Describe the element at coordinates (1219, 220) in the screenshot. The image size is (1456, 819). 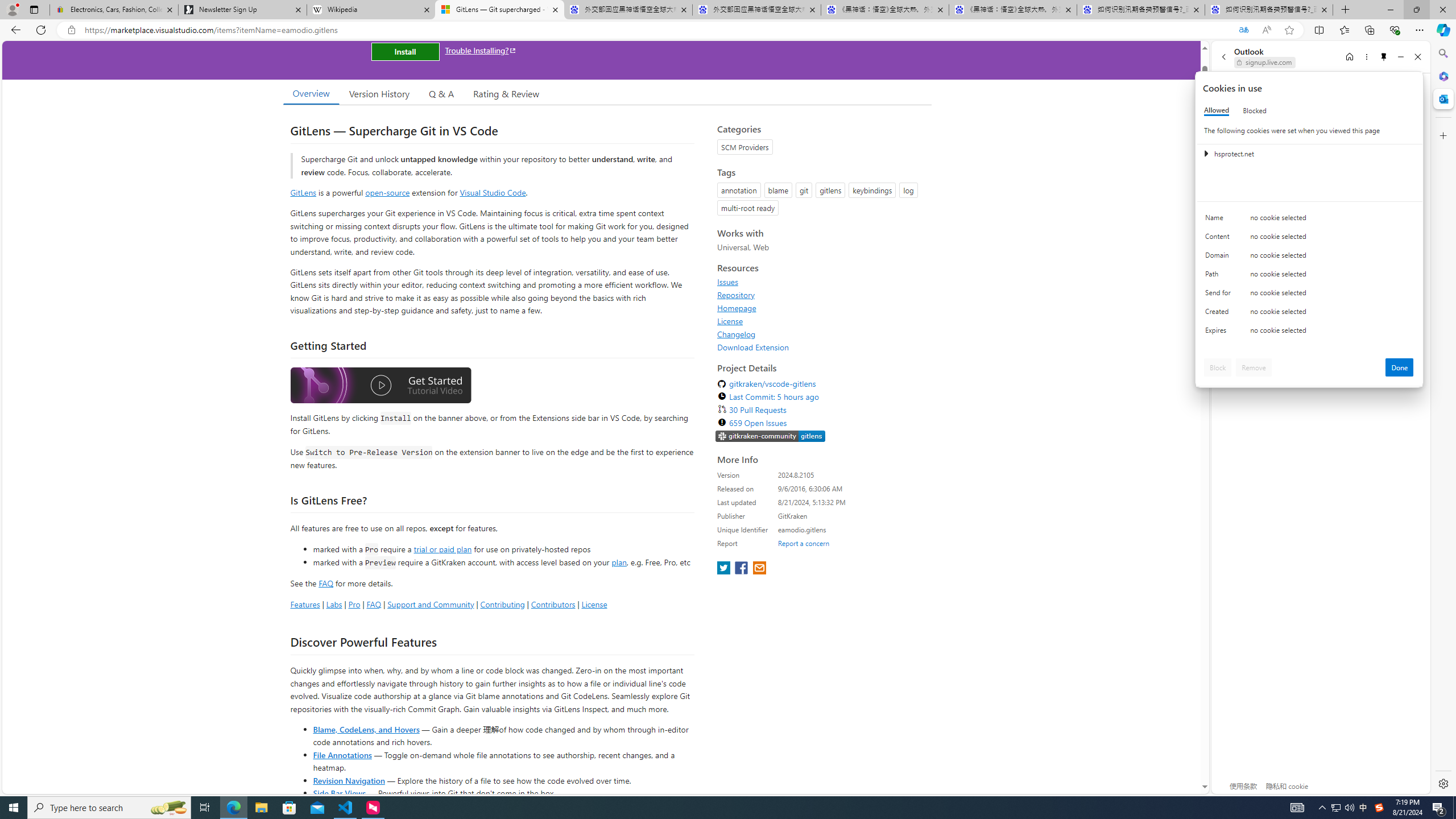
I see `'Name'` at that location.